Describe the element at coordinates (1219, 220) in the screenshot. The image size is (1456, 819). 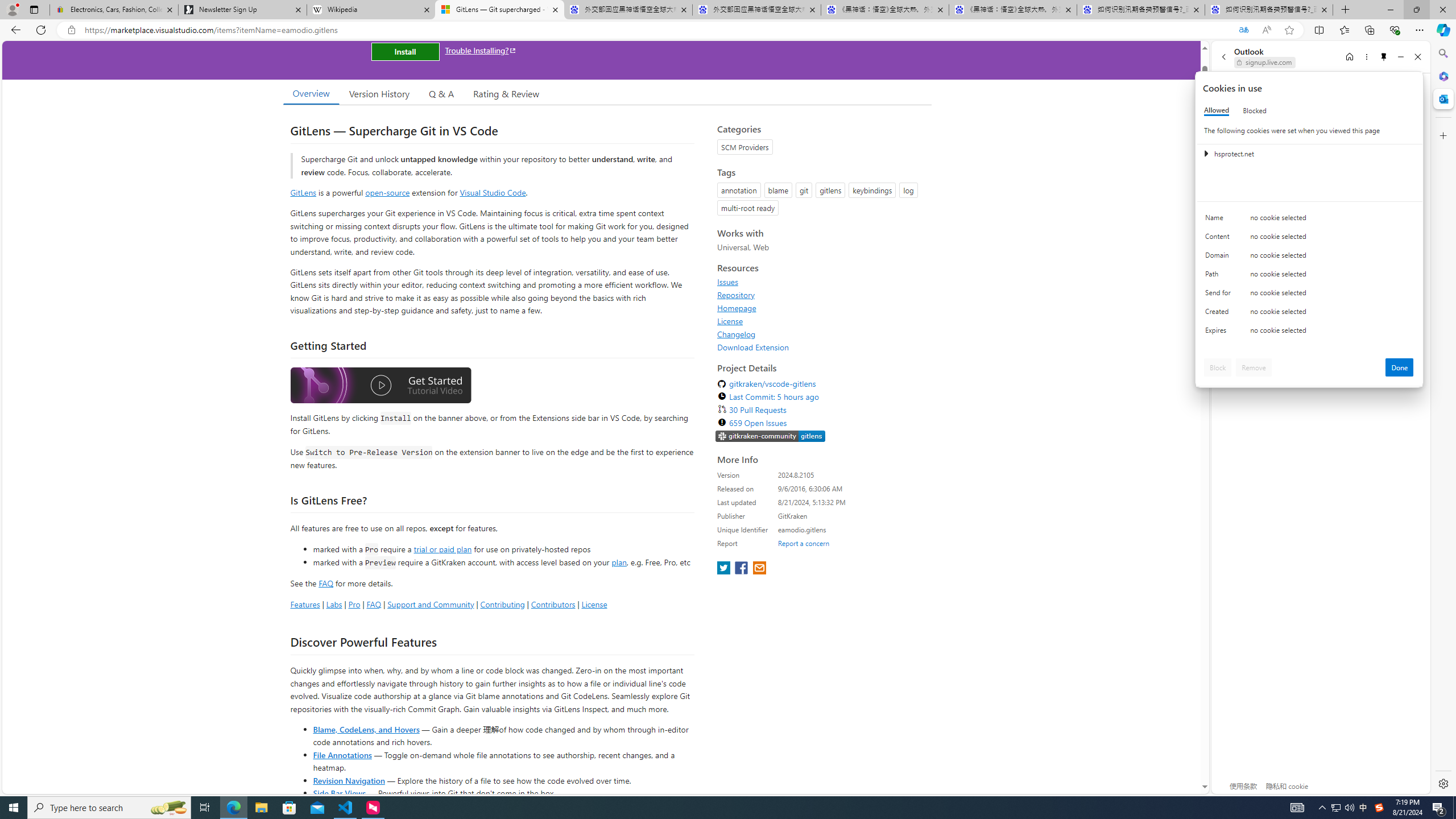
I see `'Name'` at that location.